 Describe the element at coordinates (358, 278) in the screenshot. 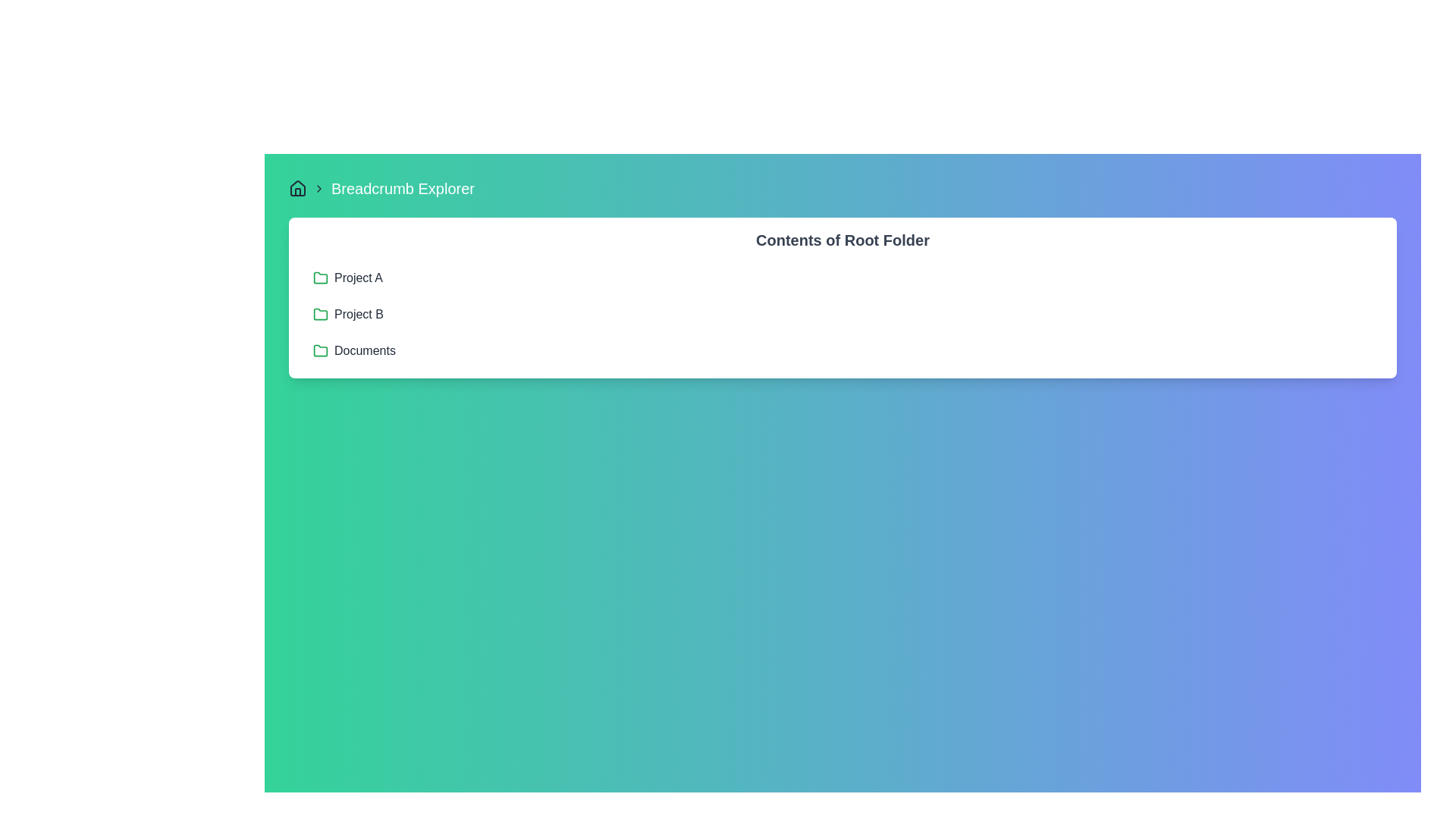

I see `the text label displaying 'Project A', which is styled in dark gray and positioned to the right of a green folder icon in the first position of a list` at that location.